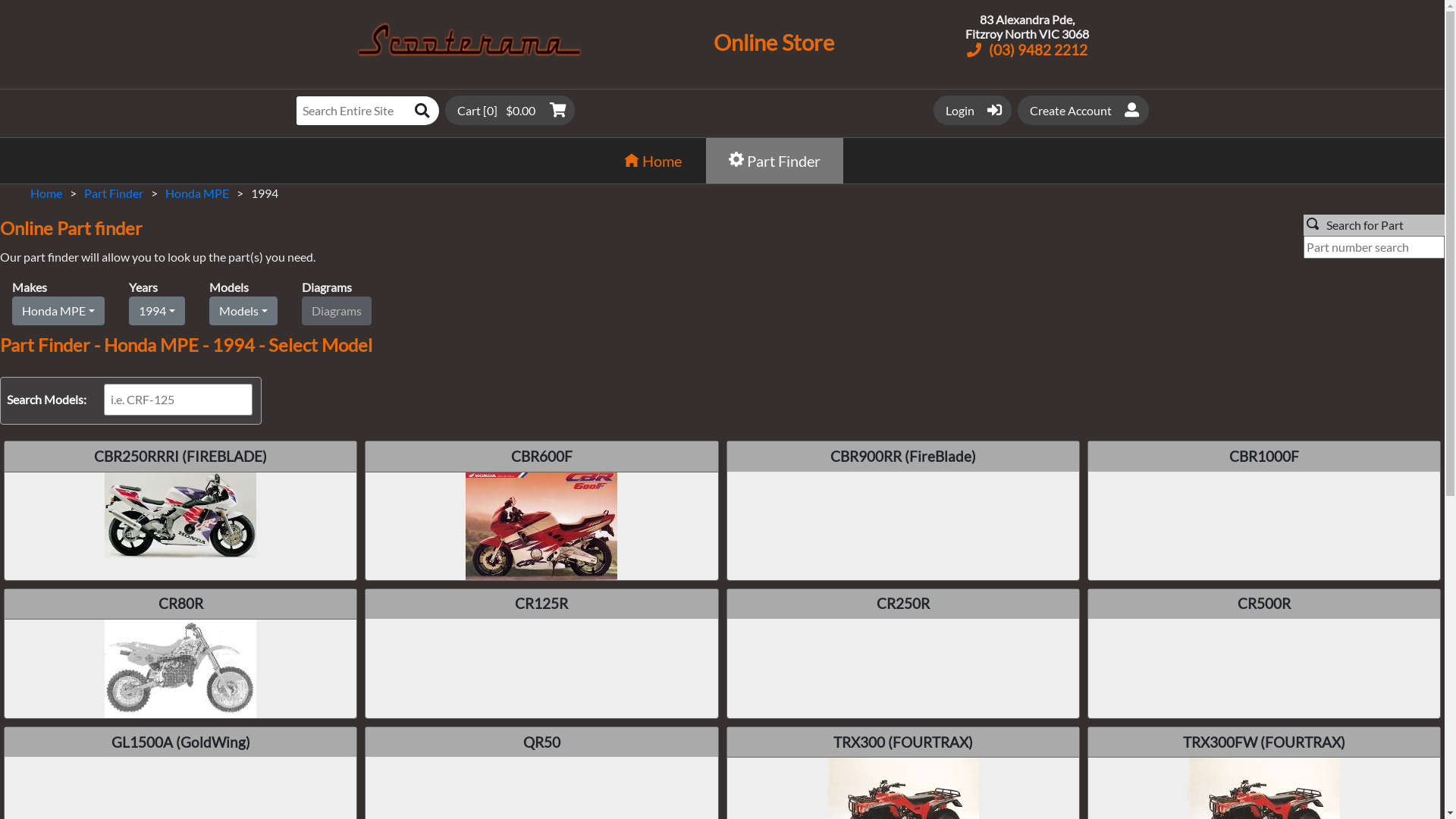 The image size is (1456, 819). What do you see at coordinates (208, 309) in the screenshot?
I see `'Models'` at bounding box center [208, 309].